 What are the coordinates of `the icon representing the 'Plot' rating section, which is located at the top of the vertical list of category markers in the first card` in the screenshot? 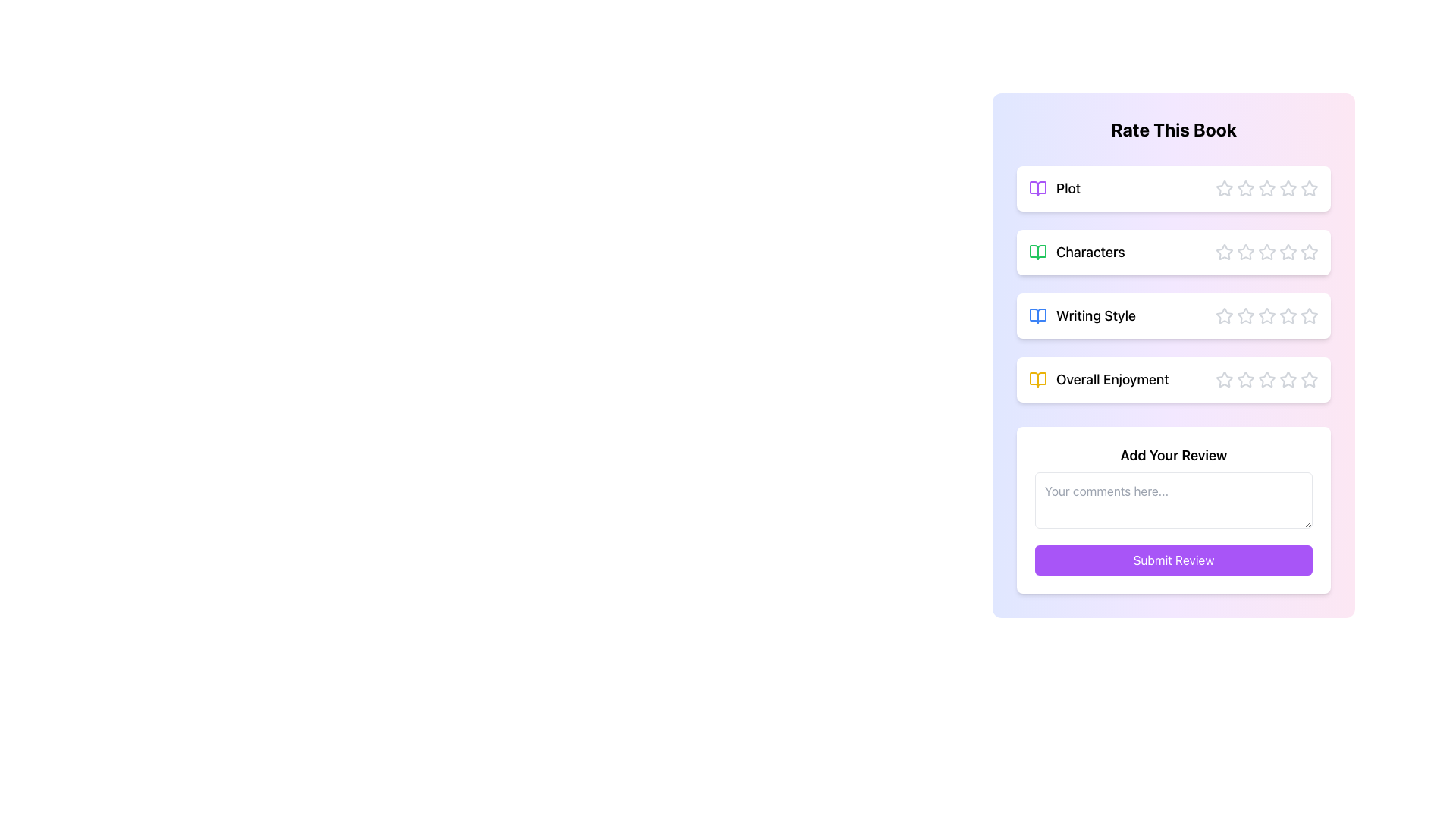 It's located at (1037, 188).